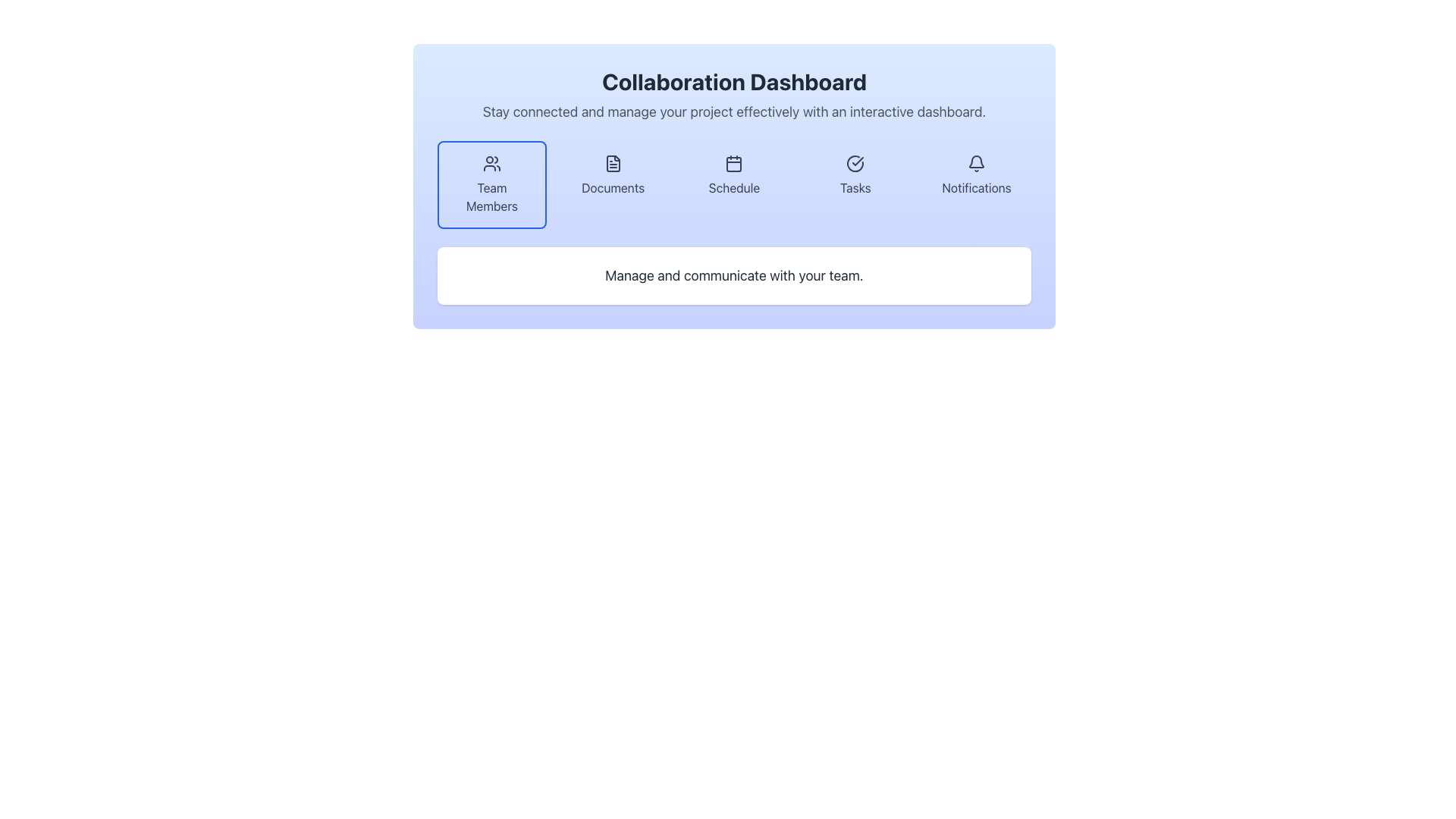 The width and height of the screenshot is (1456, 819). I want to click on the circular checkmark icon within the 'Tasks' navigation button, so click(855, 164).